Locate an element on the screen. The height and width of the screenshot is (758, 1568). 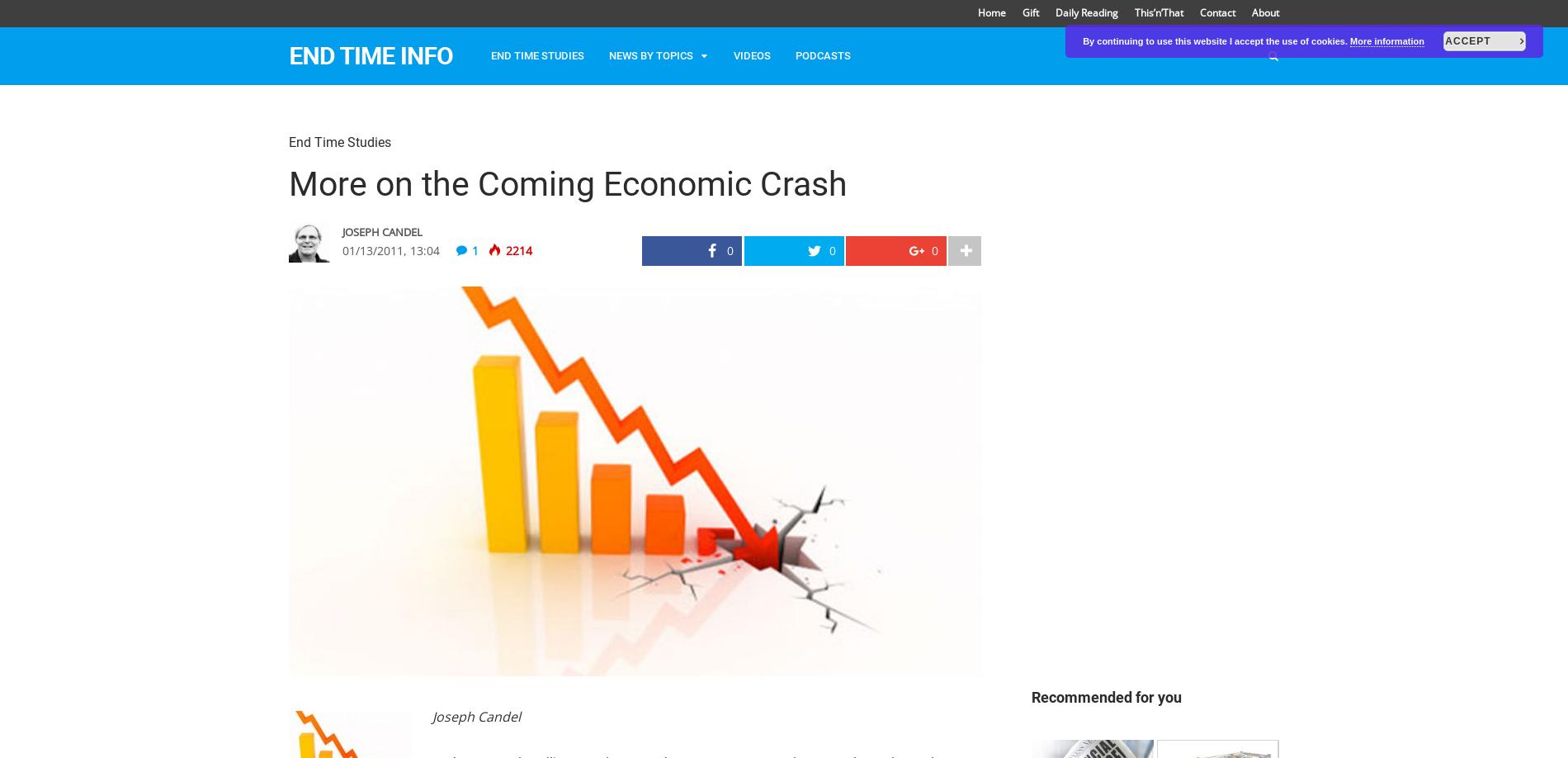
'01/13/2011, 13:04' is located at coordinates (390, 249).